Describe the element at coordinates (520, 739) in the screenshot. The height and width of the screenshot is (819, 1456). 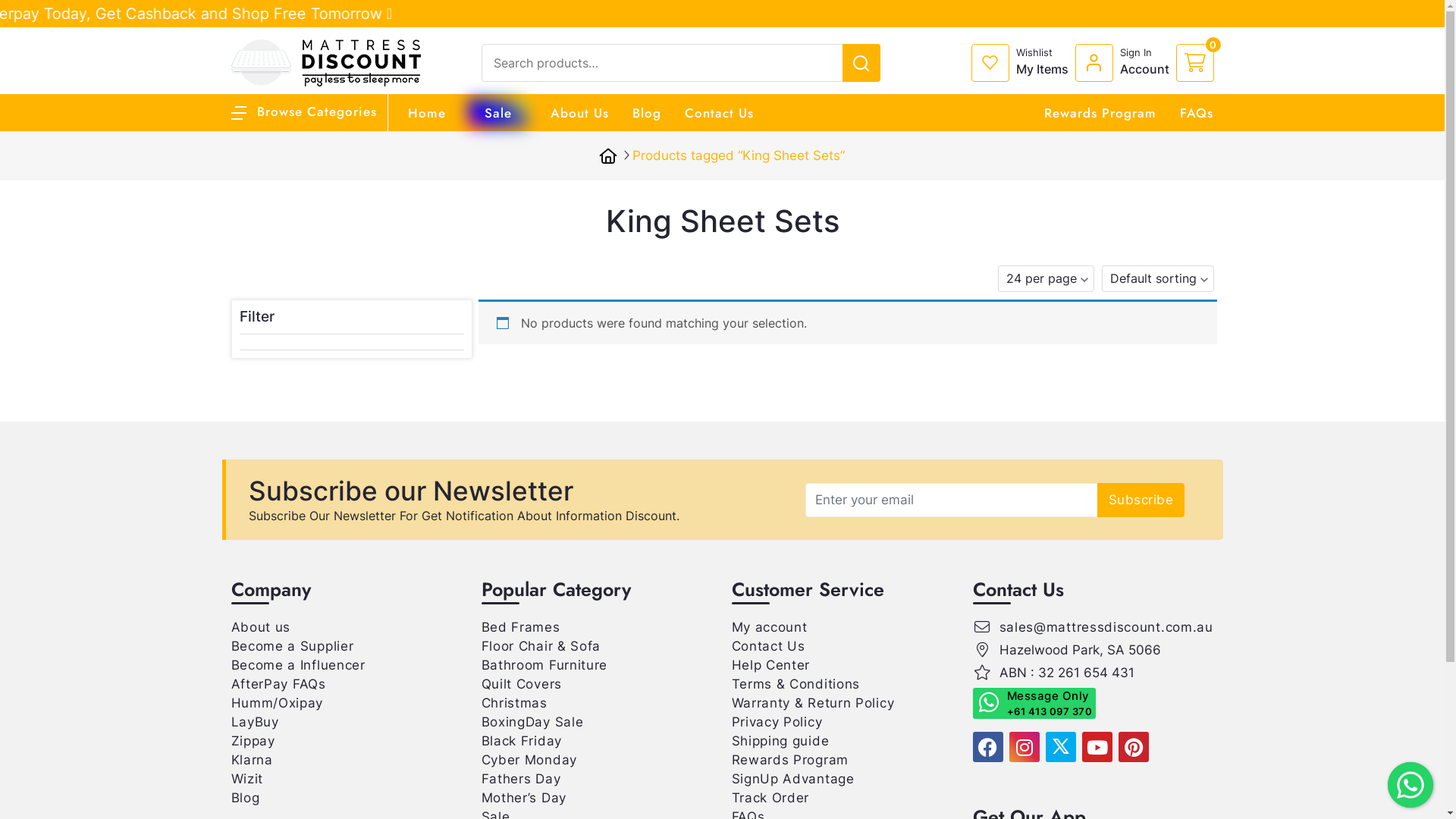
I see `'Black Friday'` at that location.